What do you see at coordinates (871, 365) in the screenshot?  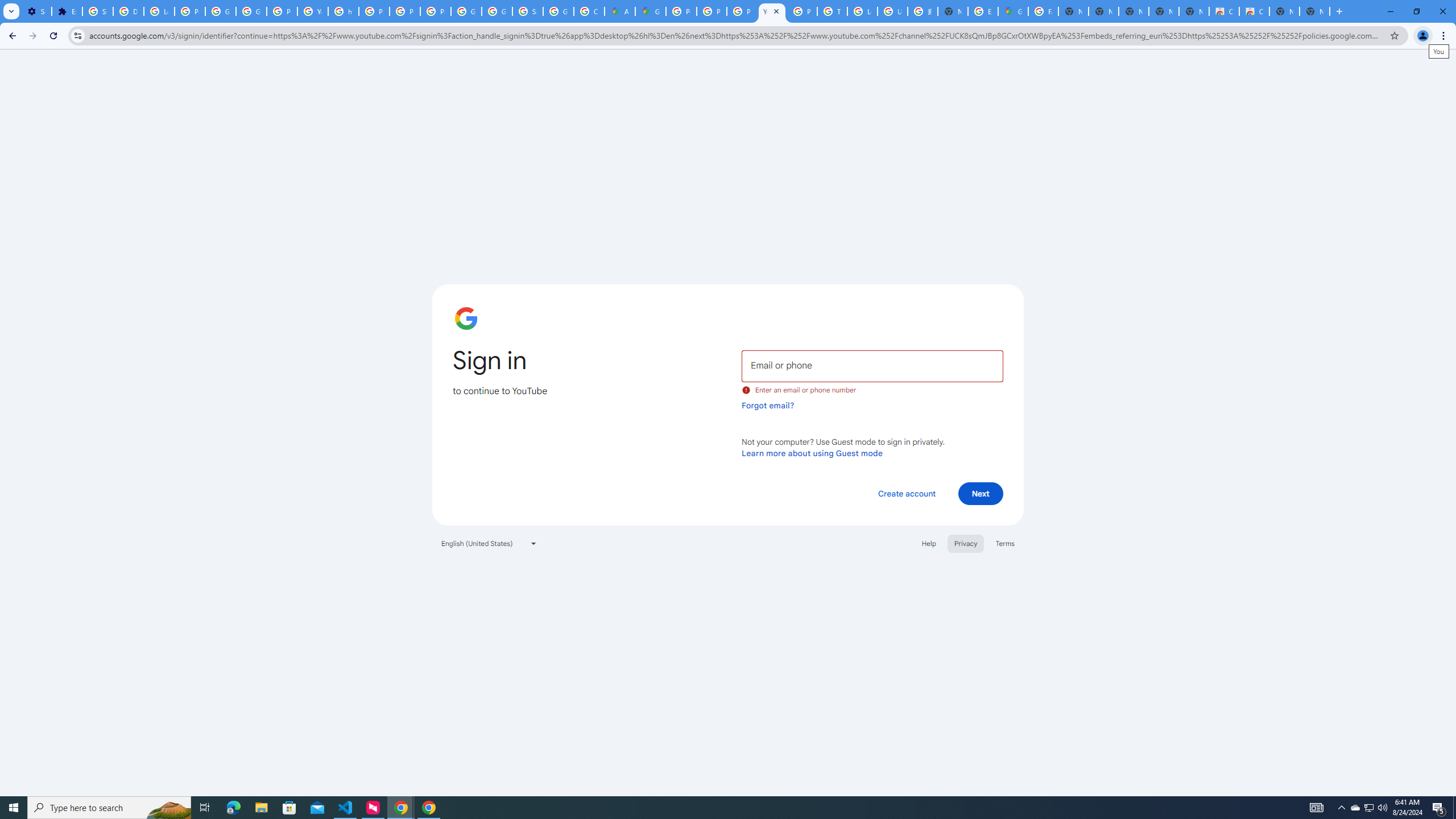 I see `'Email or phone'` at bounding box center [871, 365].